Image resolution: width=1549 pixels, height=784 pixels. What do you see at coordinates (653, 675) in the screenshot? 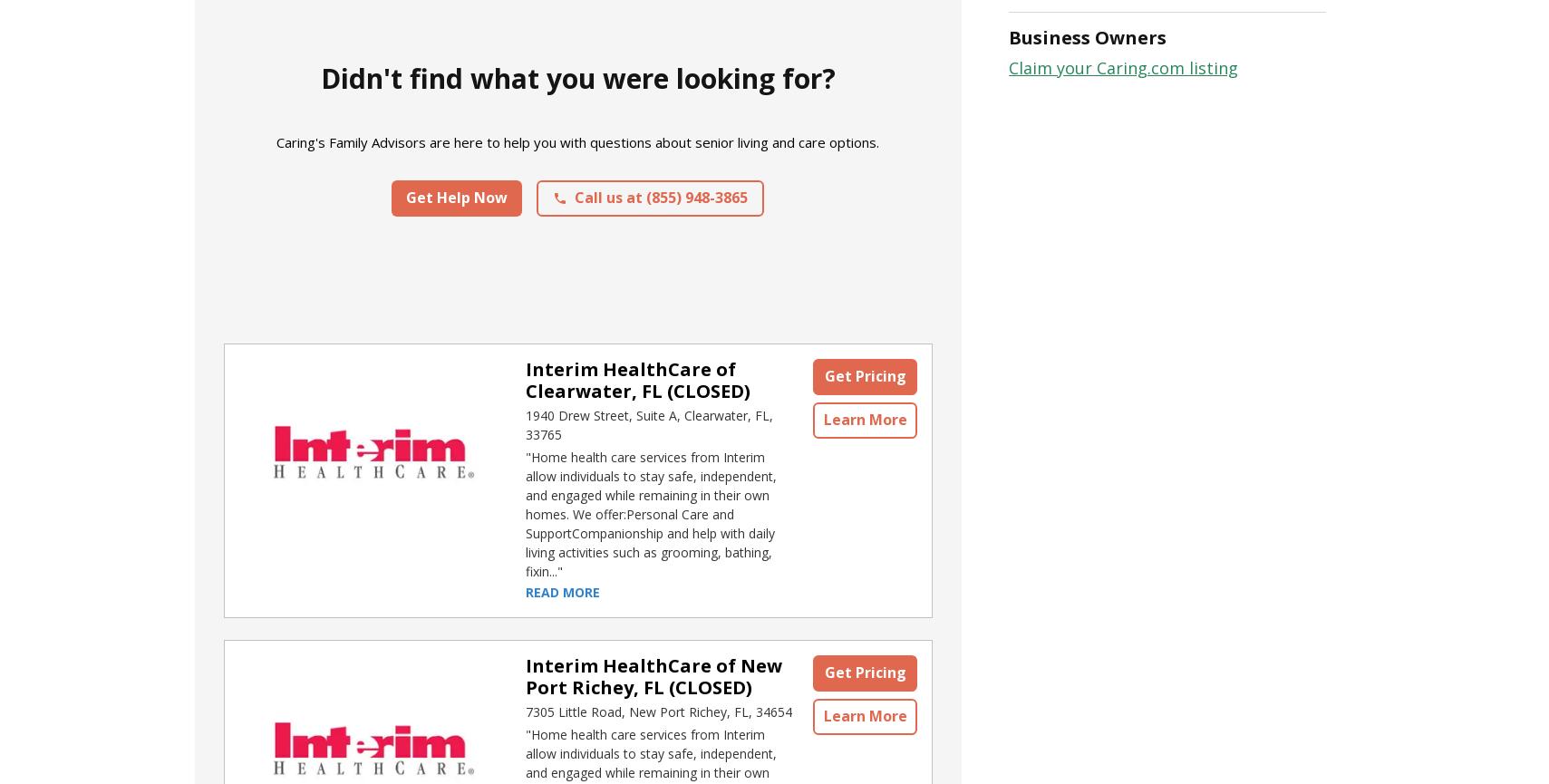
I see `'Interim HealthCare of New Port Richey, FL (CLOSED)'` at bounding box center [653, 675].